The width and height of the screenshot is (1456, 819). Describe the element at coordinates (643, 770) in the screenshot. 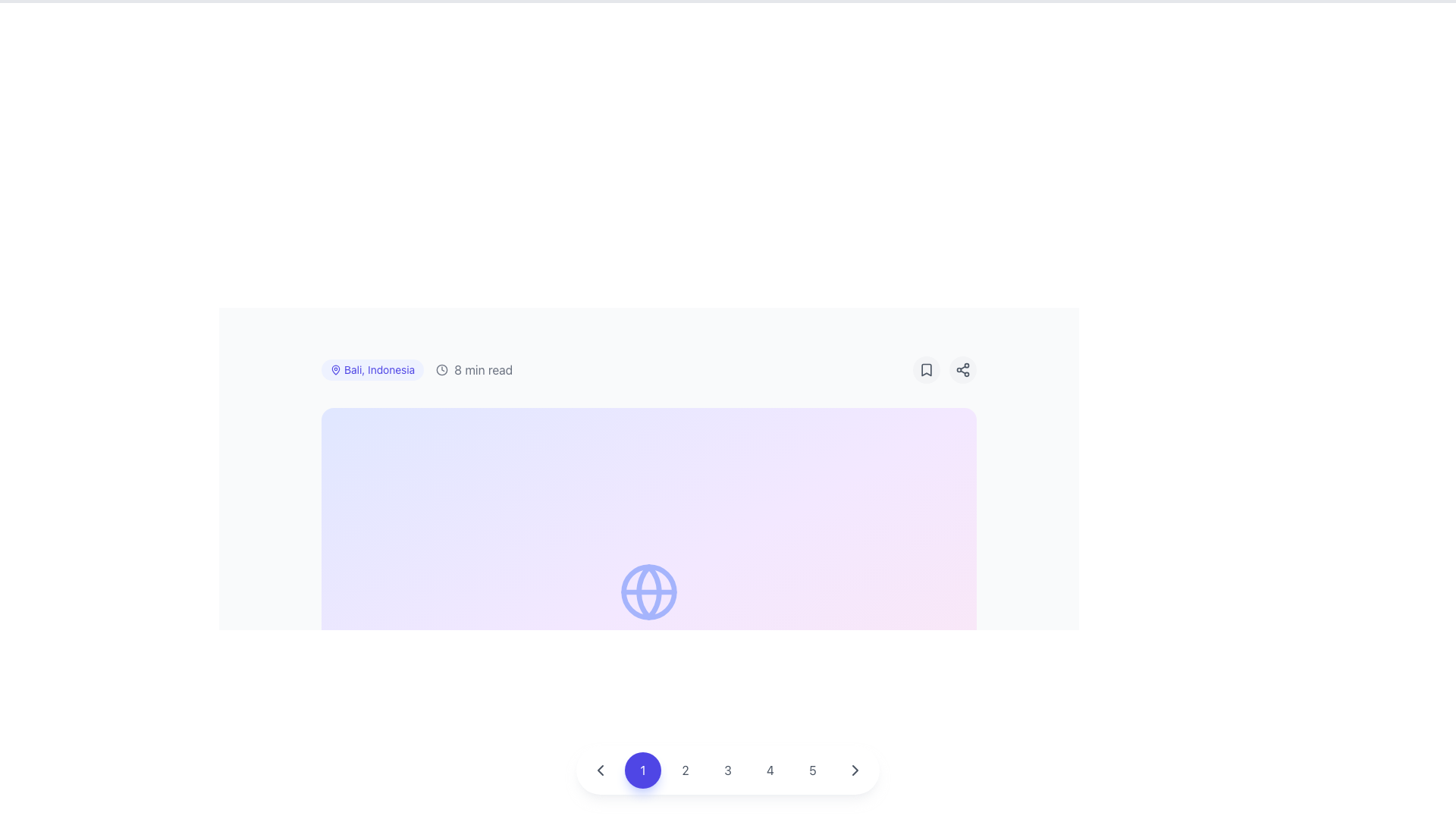

I see `the circular button labeled '1'` at that location.